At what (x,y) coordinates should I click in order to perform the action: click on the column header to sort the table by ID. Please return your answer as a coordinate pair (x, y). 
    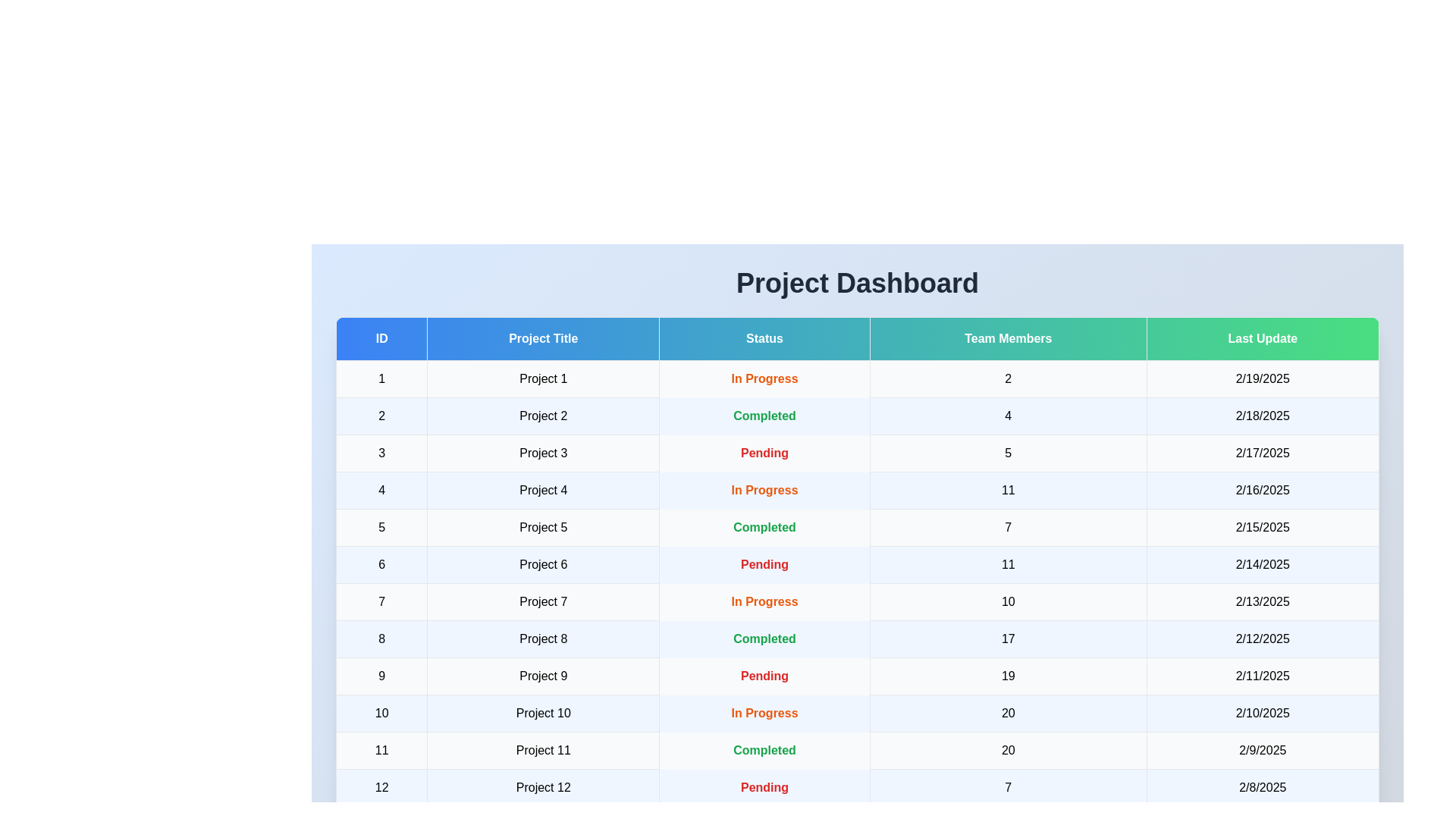
    Looking at the image, I should click on (381, 338).